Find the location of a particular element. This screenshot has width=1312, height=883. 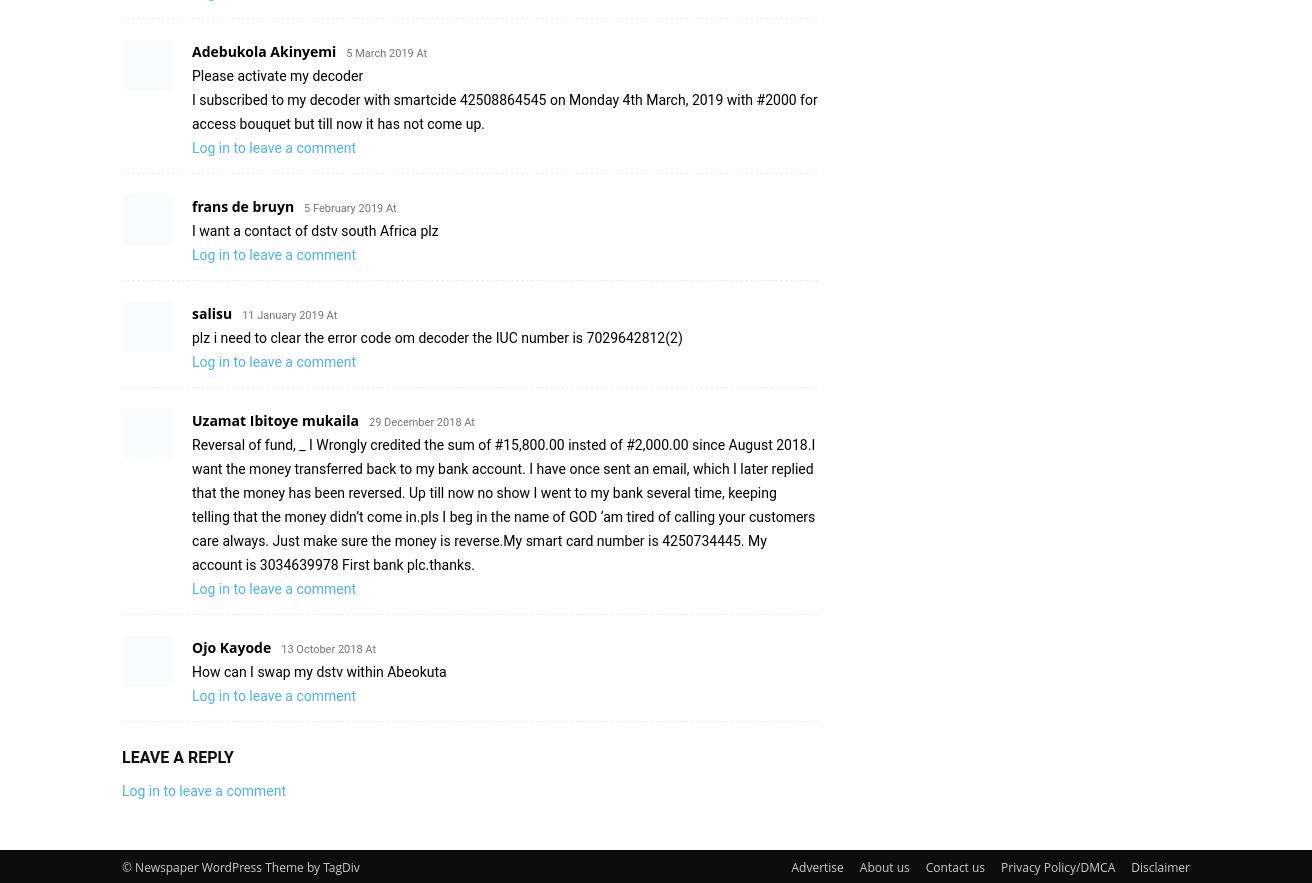

'I want a contact of dstv south Africa plz' is located at coordinates (314, 230).